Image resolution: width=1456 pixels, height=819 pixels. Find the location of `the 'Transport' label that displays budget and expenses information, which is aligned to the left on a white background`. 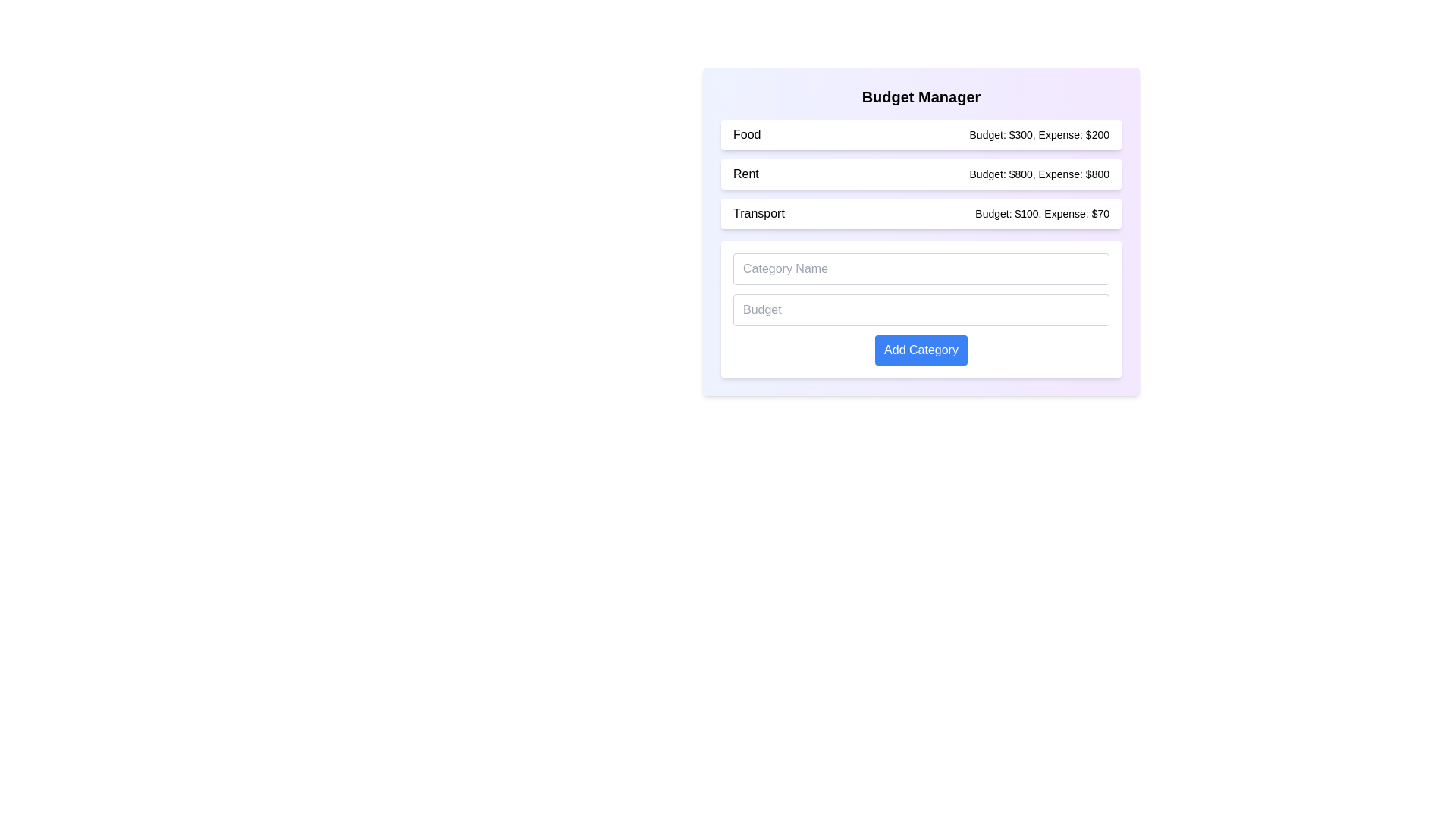

the 'Transport' label that displays budget and expenses information, which is aligned to the left on a white background is located at coordinates (758, 213).